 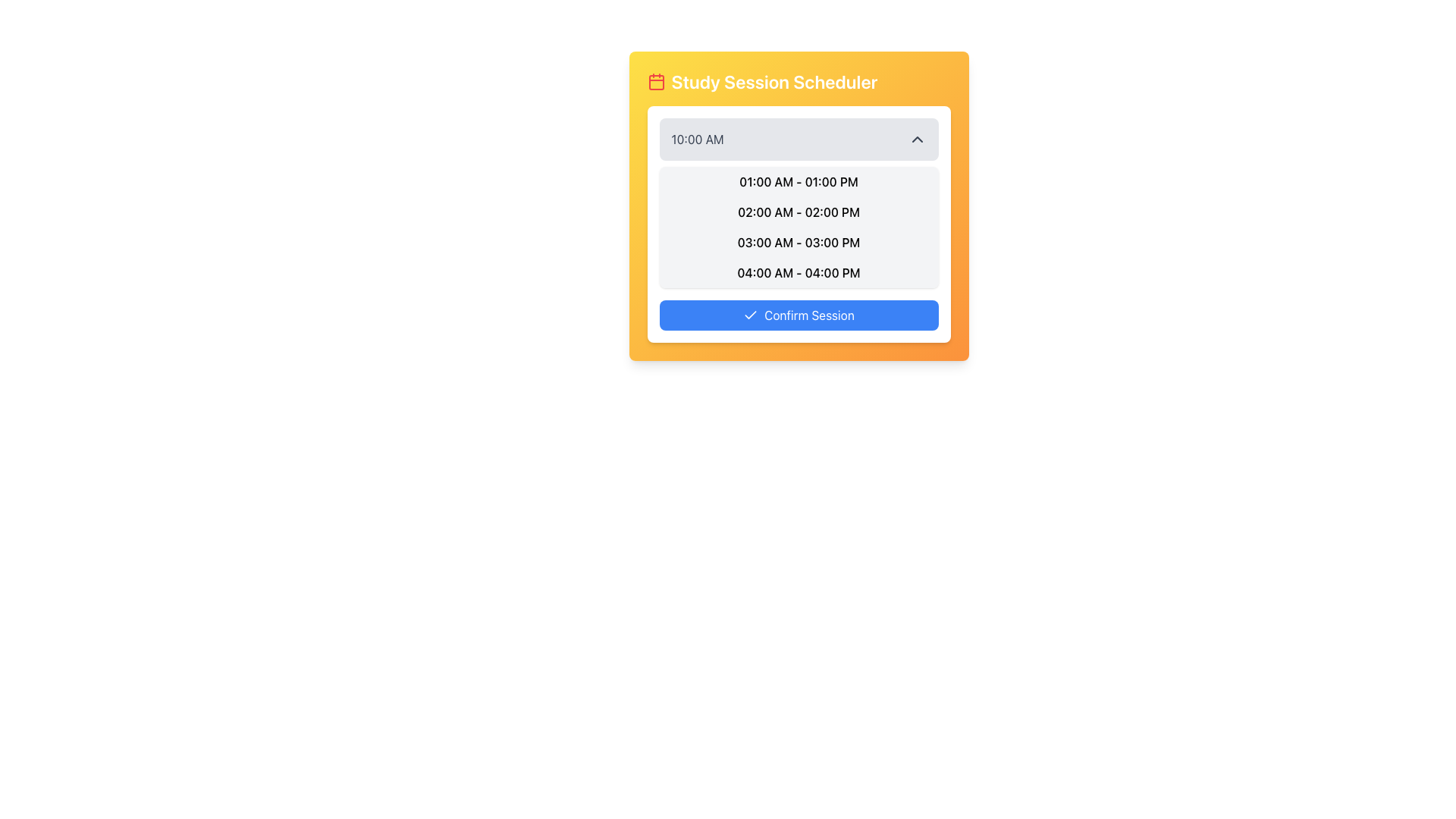 What do you see at coordinates (798, 140) in the screenshot?
I see `the Dropdown Toggle Button` at bounding box center [798, 140].